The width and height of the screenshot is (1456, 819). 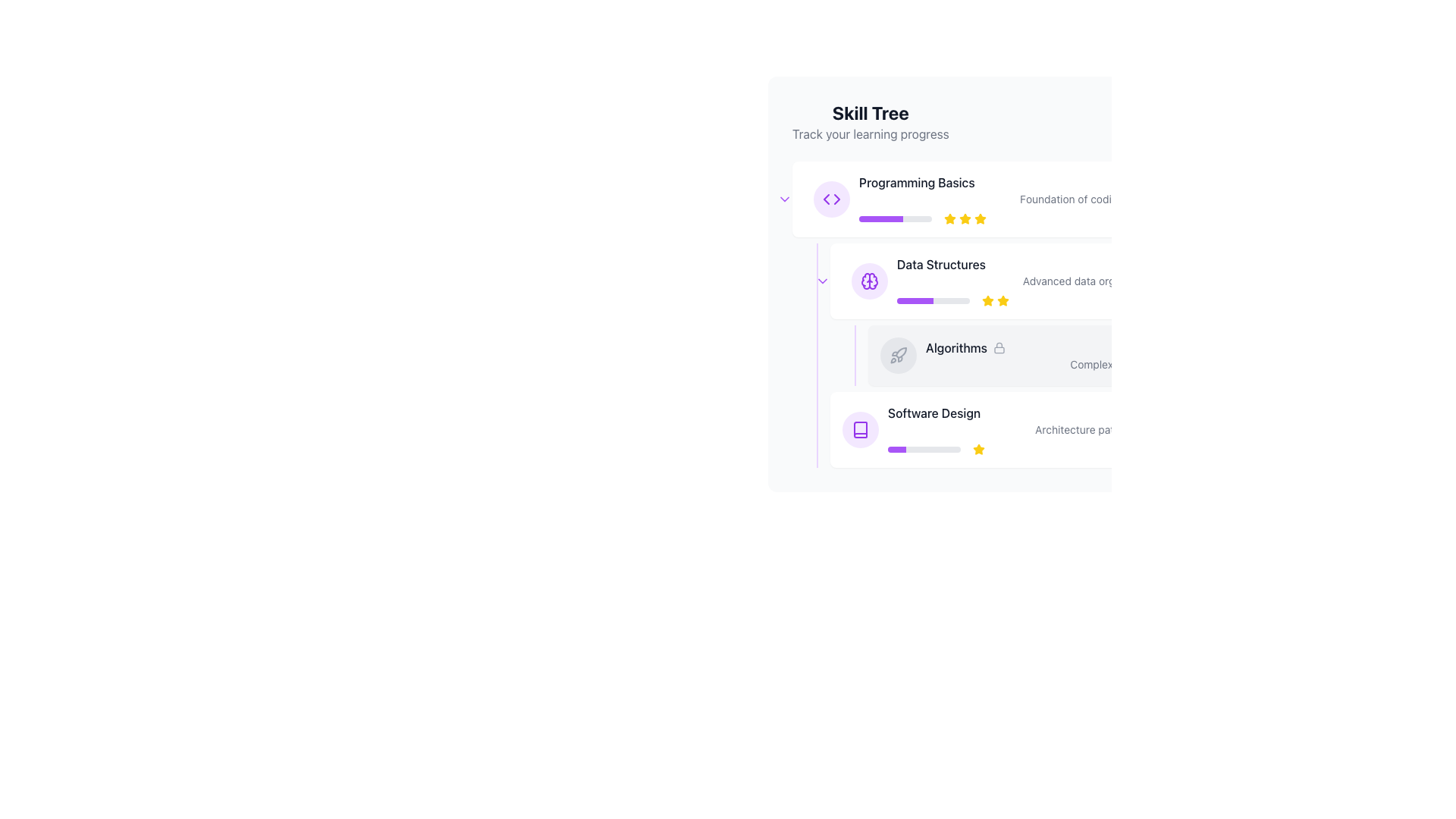 I want to click on the descriptive text label located directly below the 'Programming Basics' title, which provides additional information about the section, so click(x=1071, y=198).